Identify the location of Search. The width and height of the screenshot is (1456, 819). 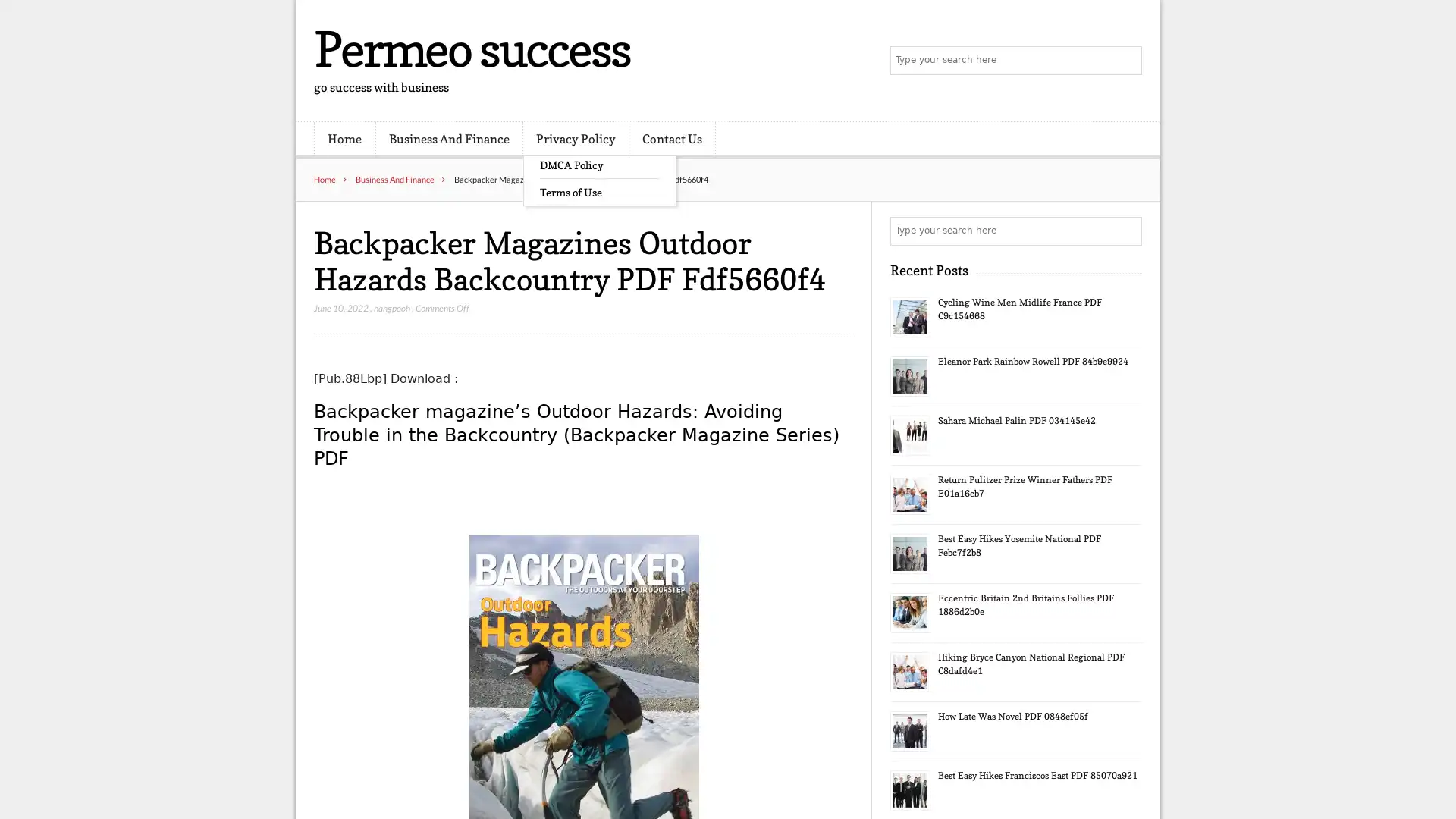
(1126, 231).